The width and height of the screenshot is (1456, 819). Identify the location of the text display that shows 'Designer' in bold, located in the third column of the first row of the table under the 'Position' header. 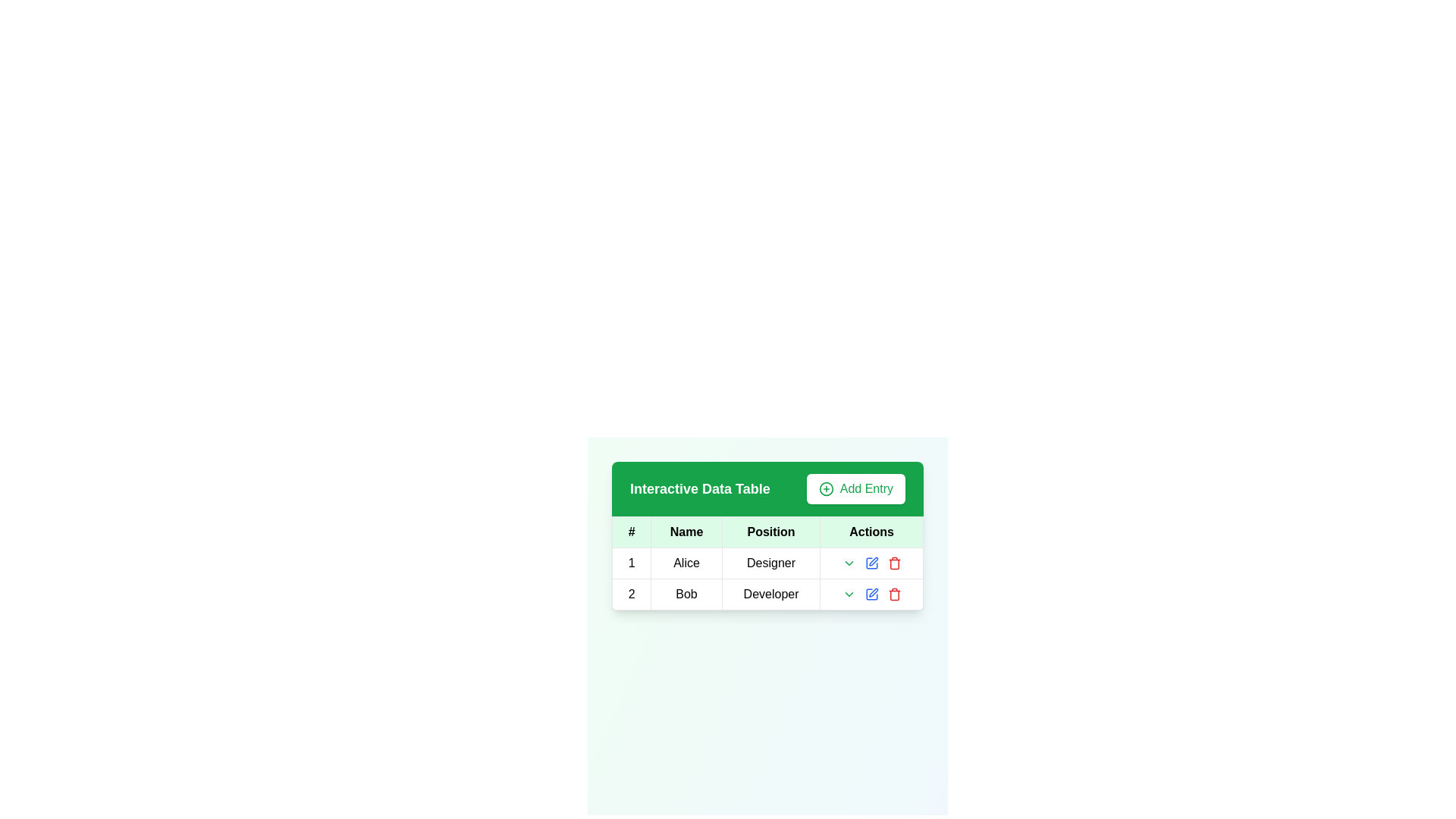
(771, 563).